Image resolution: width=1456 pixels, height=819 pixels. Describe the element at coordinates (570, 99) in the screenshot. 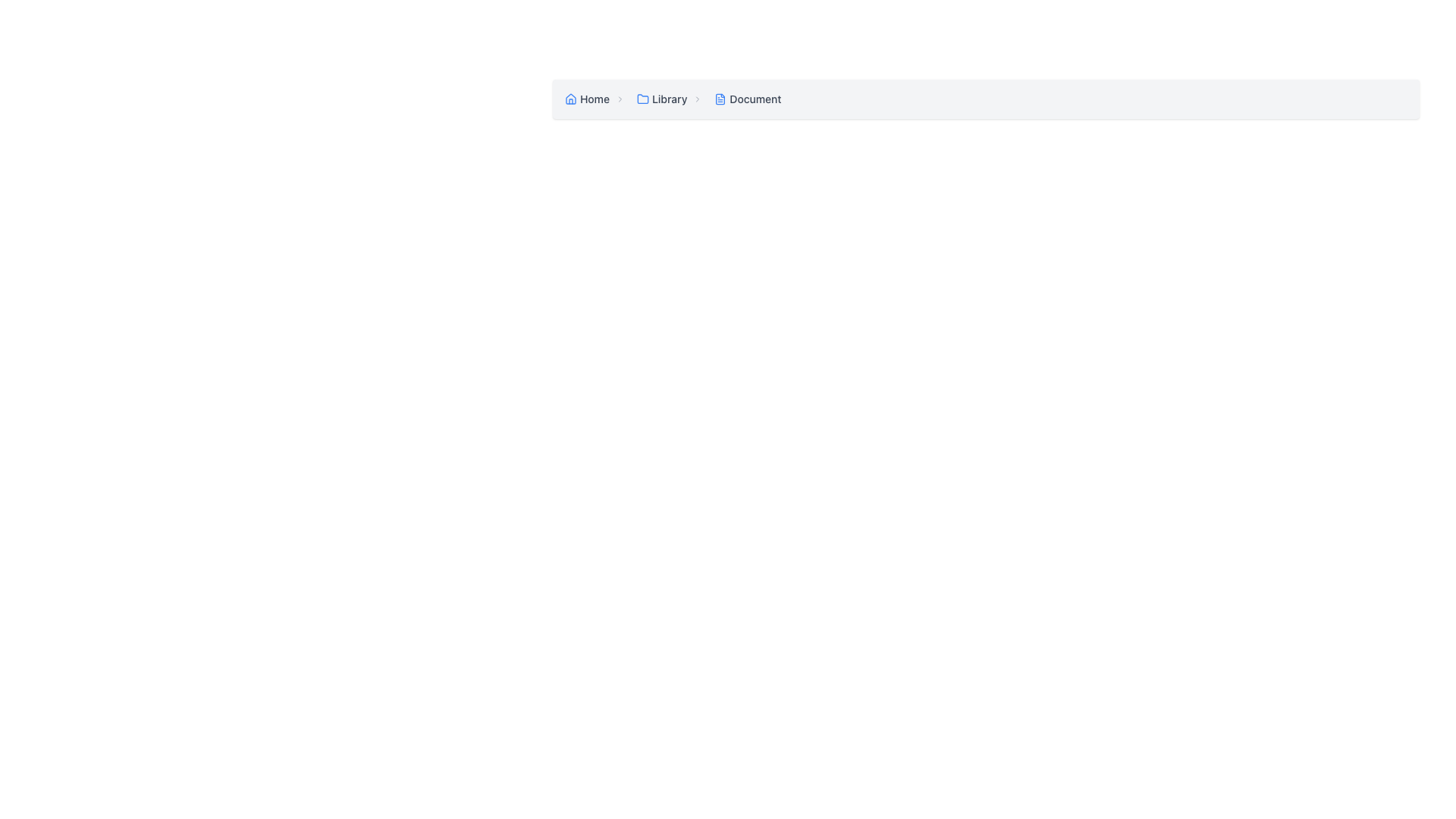

I see `the small blue house-shaped icon located at the leftmost edge of the breadcrumb navigation bar, positioned before the text 'Home'` at that location.